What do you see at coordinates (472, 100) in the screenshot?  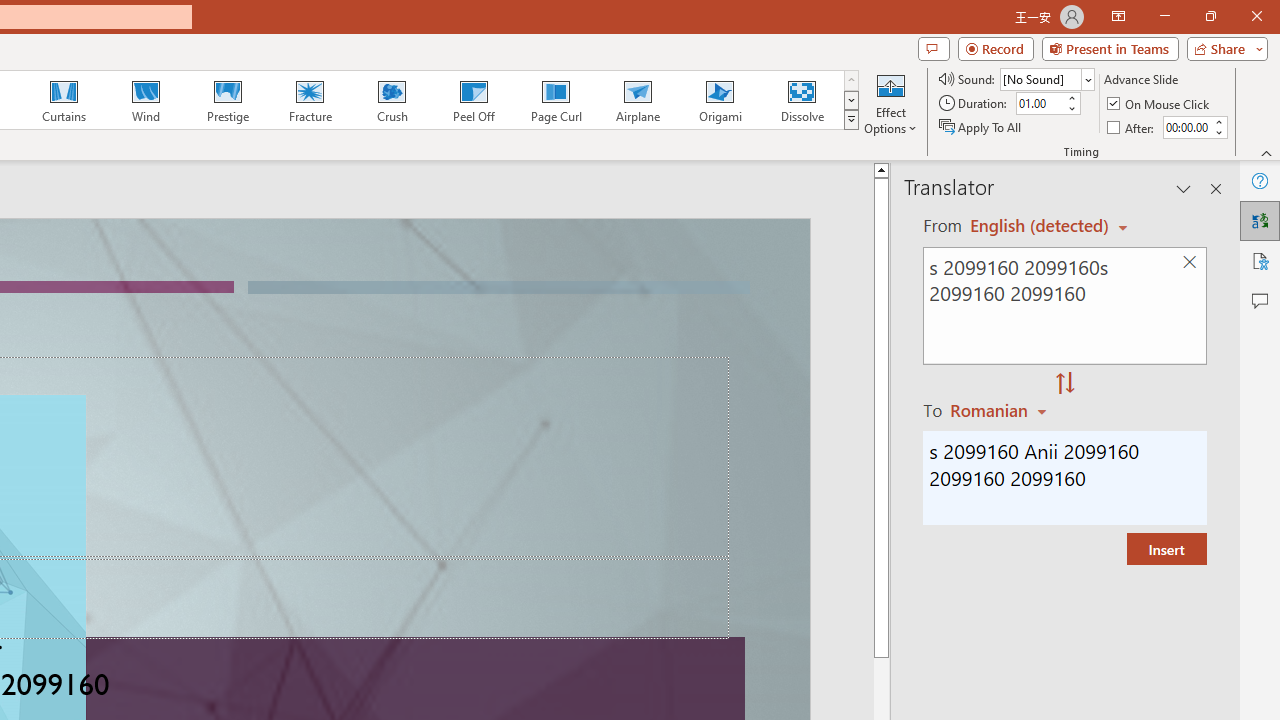 I see `'Peel Off'` at bounding box center [472, 100].